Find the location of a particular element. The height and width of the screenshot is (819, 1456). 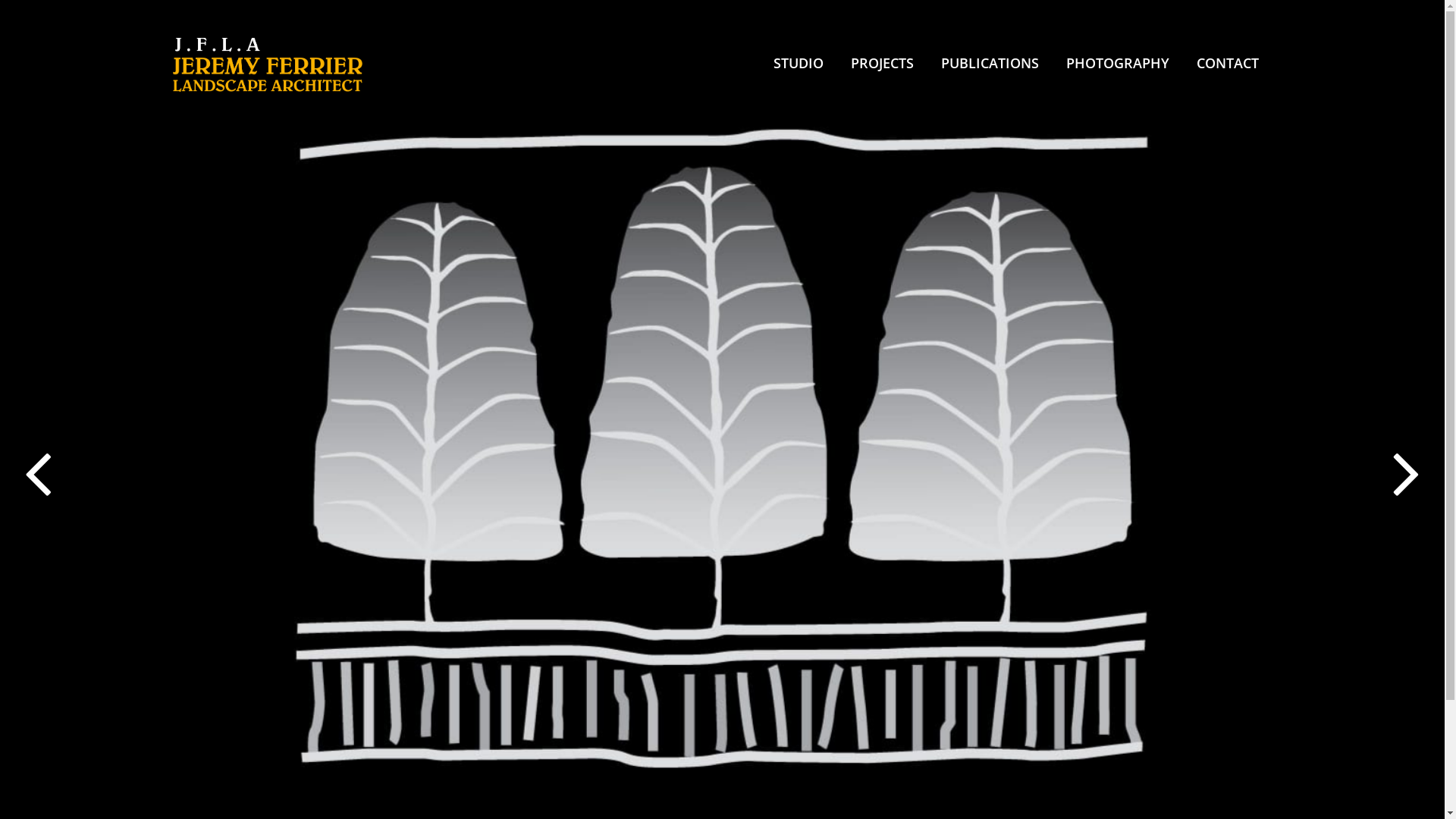

'STUDIO' is located at coordinates (797, 62).